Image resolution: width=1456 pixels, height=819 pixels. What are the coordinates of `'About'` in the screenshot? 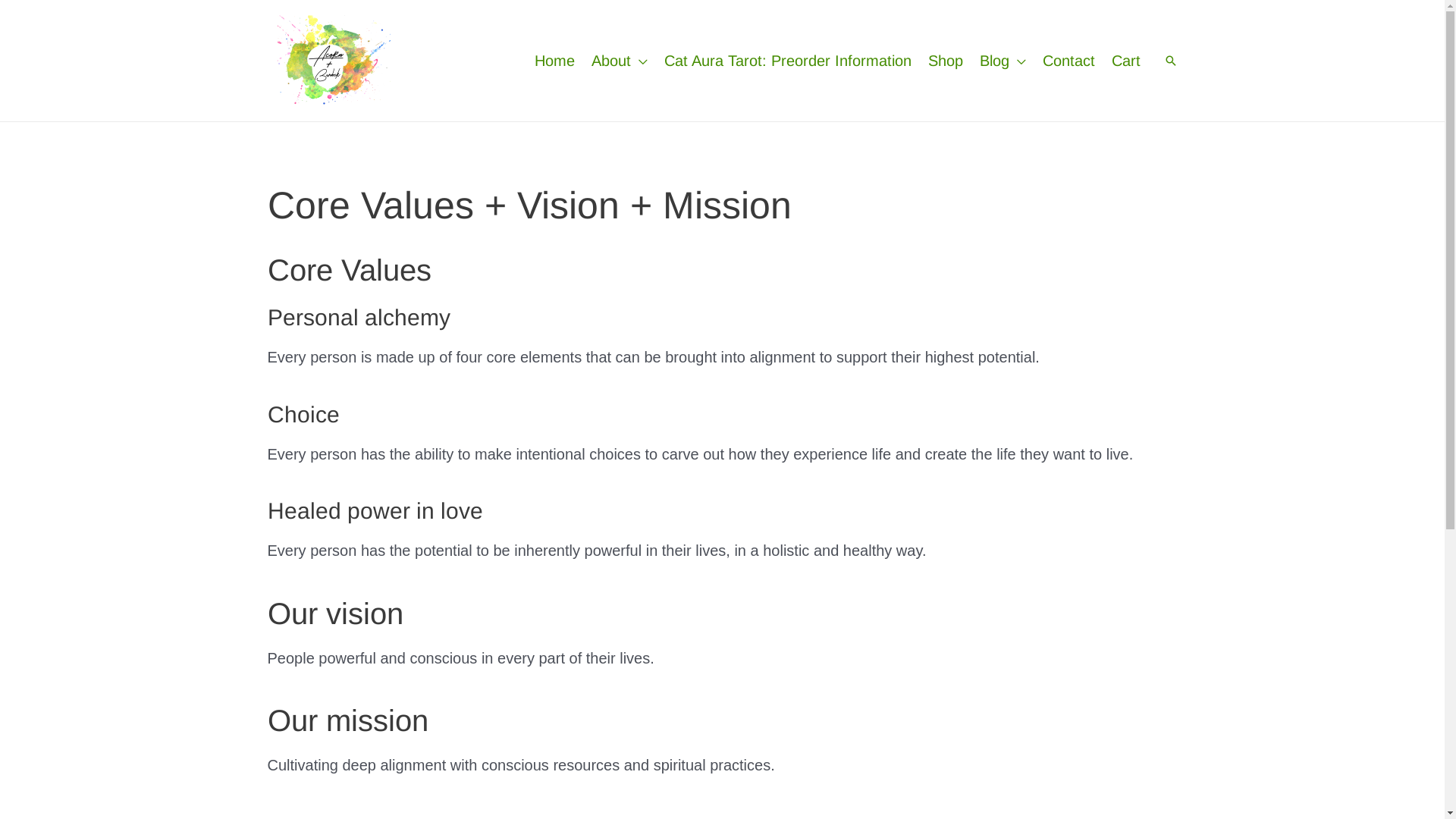 It's located at (619, 60).